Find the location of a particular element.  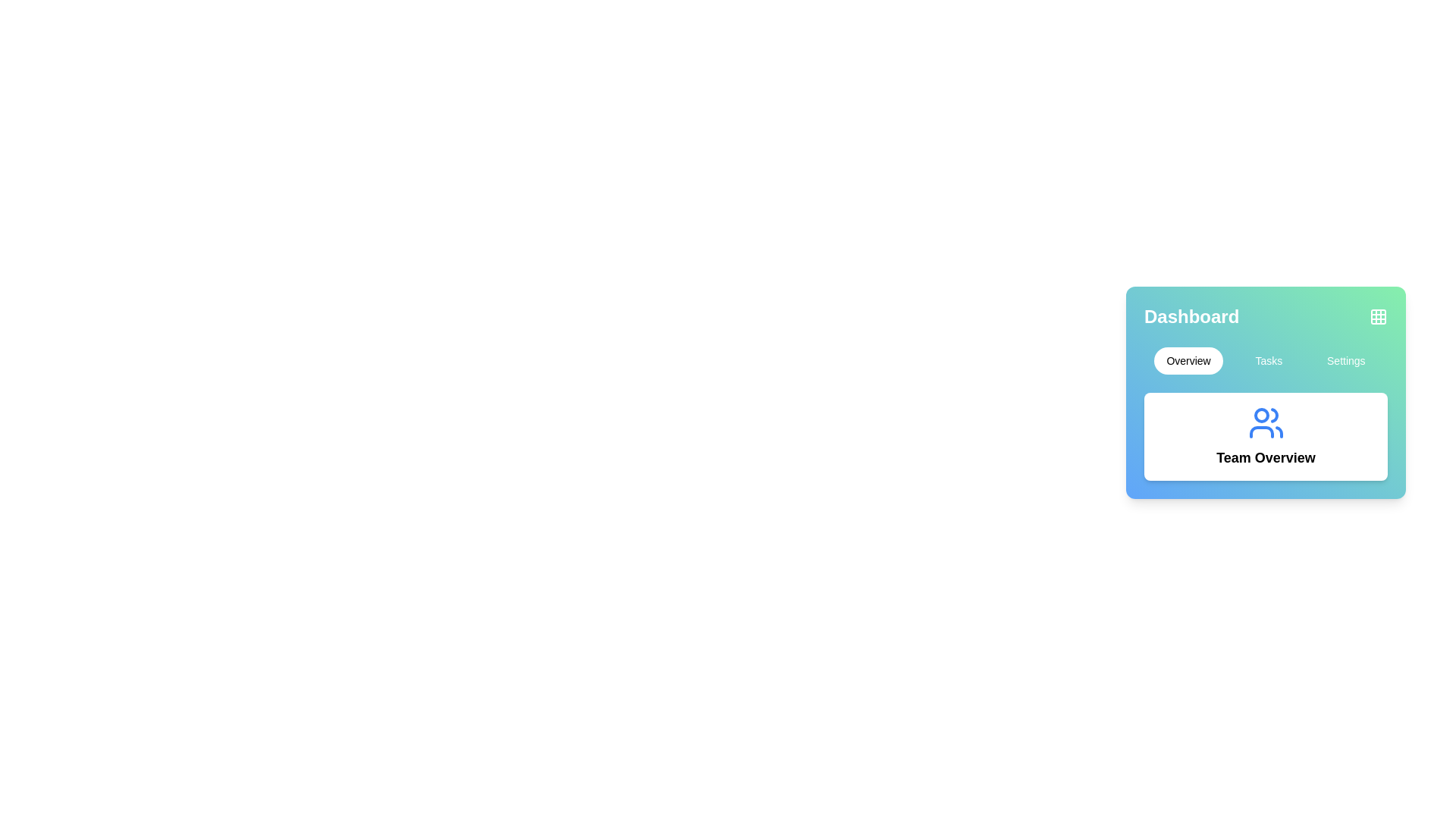

the 'Team Overview' text label, which is bold, black, and centered below a group icon within a white rectangular card on the dashboard panel is located at coordinates (1266, 457).